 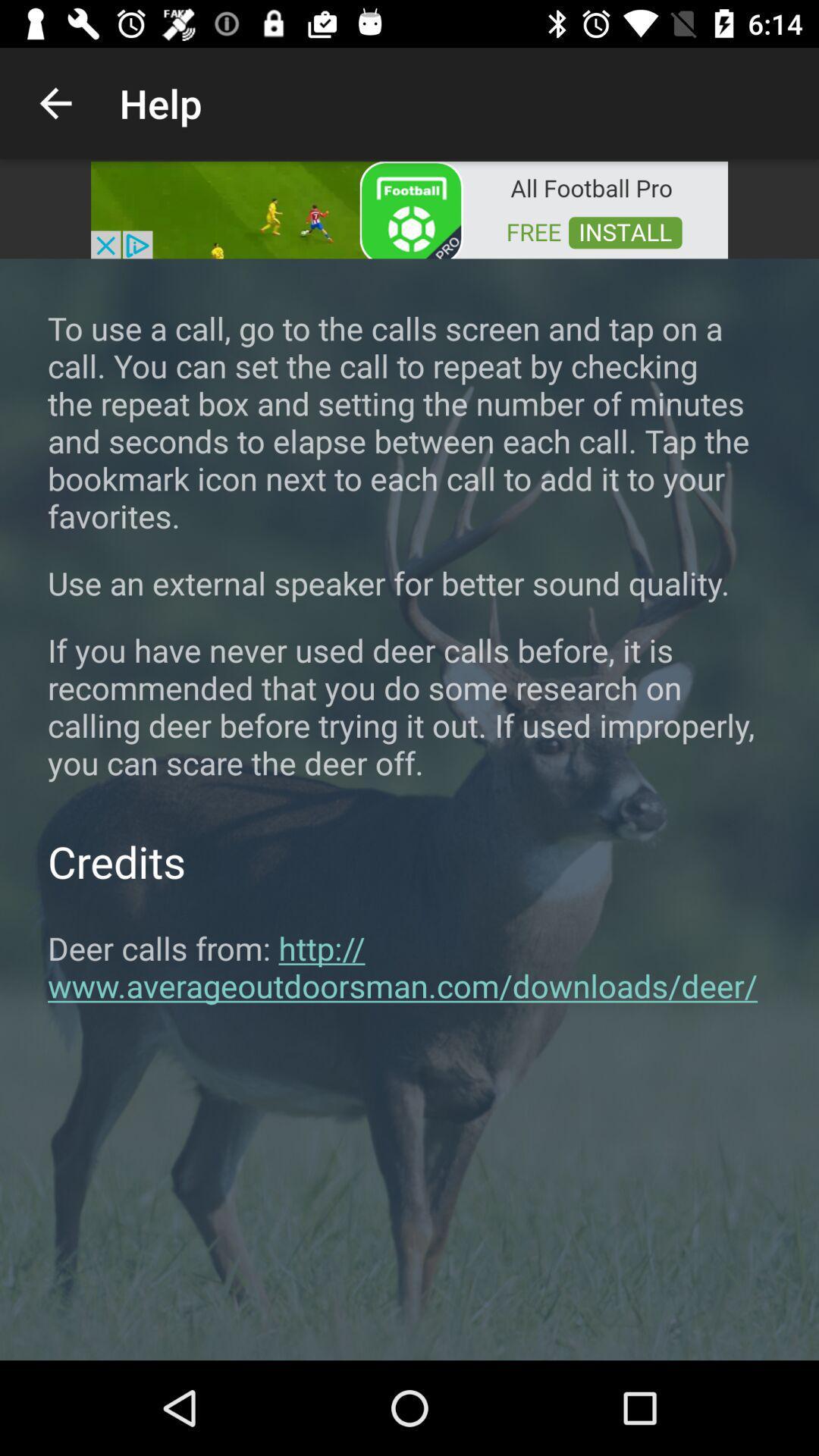 What do you see at coordinates (409, 208) in the screenshot?
I see `advertisement page` at bounding box center [409, 208].